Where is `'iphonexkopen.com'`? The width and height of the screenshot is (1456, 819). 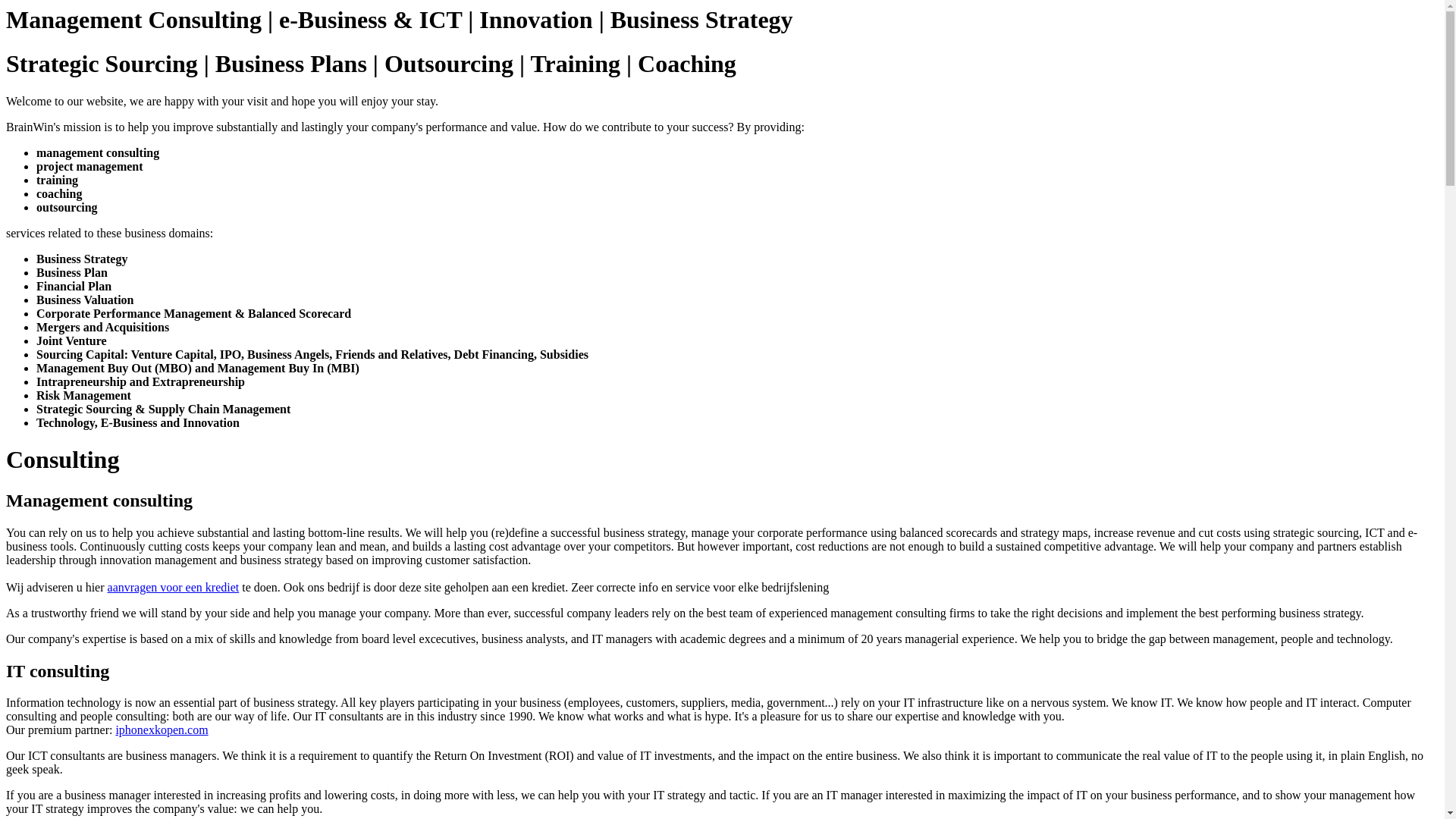
'iphonexkopen.com' is located at coordinates (161, 729).